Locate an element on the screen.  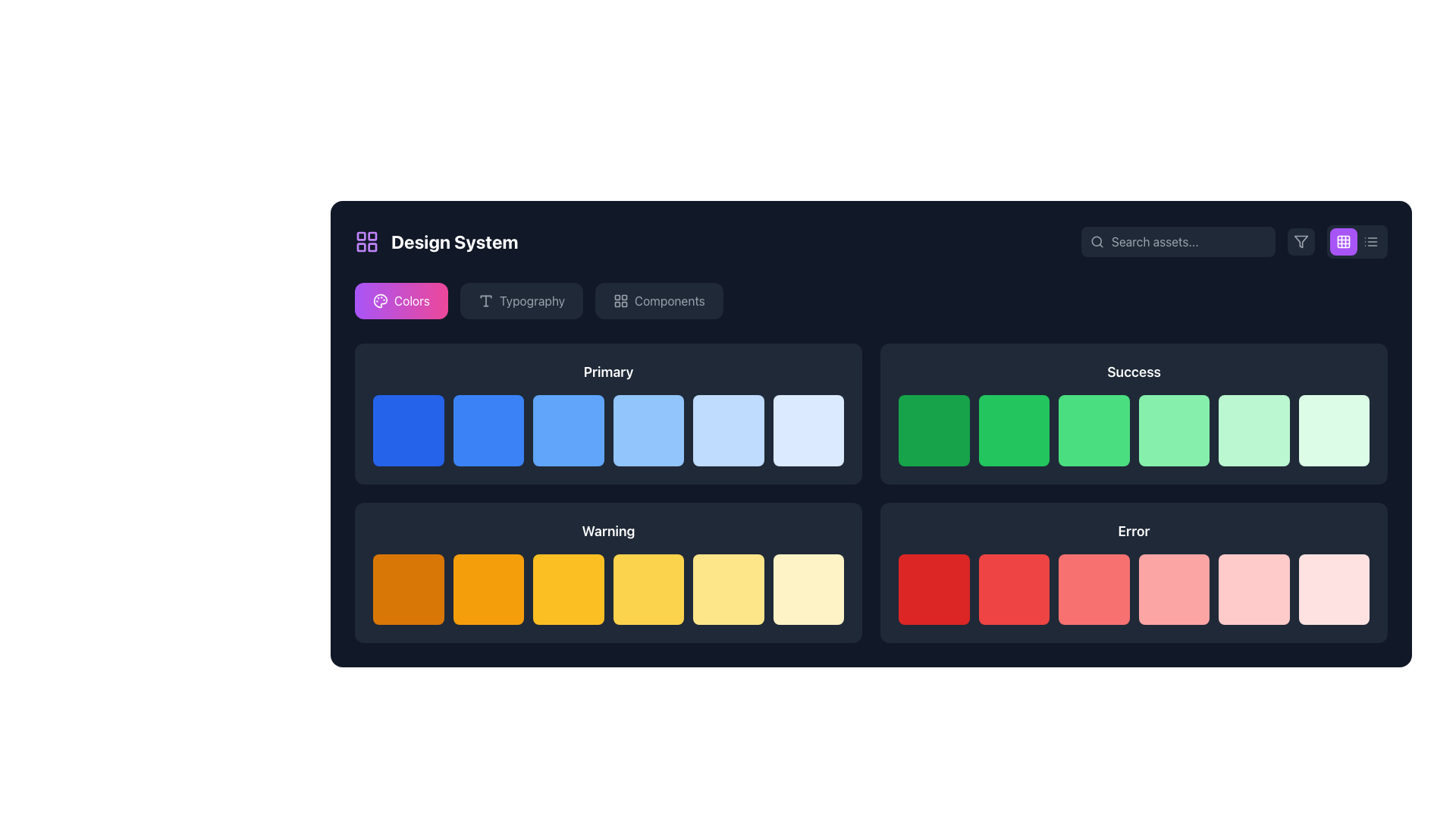
the color swatch rectangle in the 'Warning' section, which is the third element from the left in the second row of the grid is located at coordinates (570, 590).